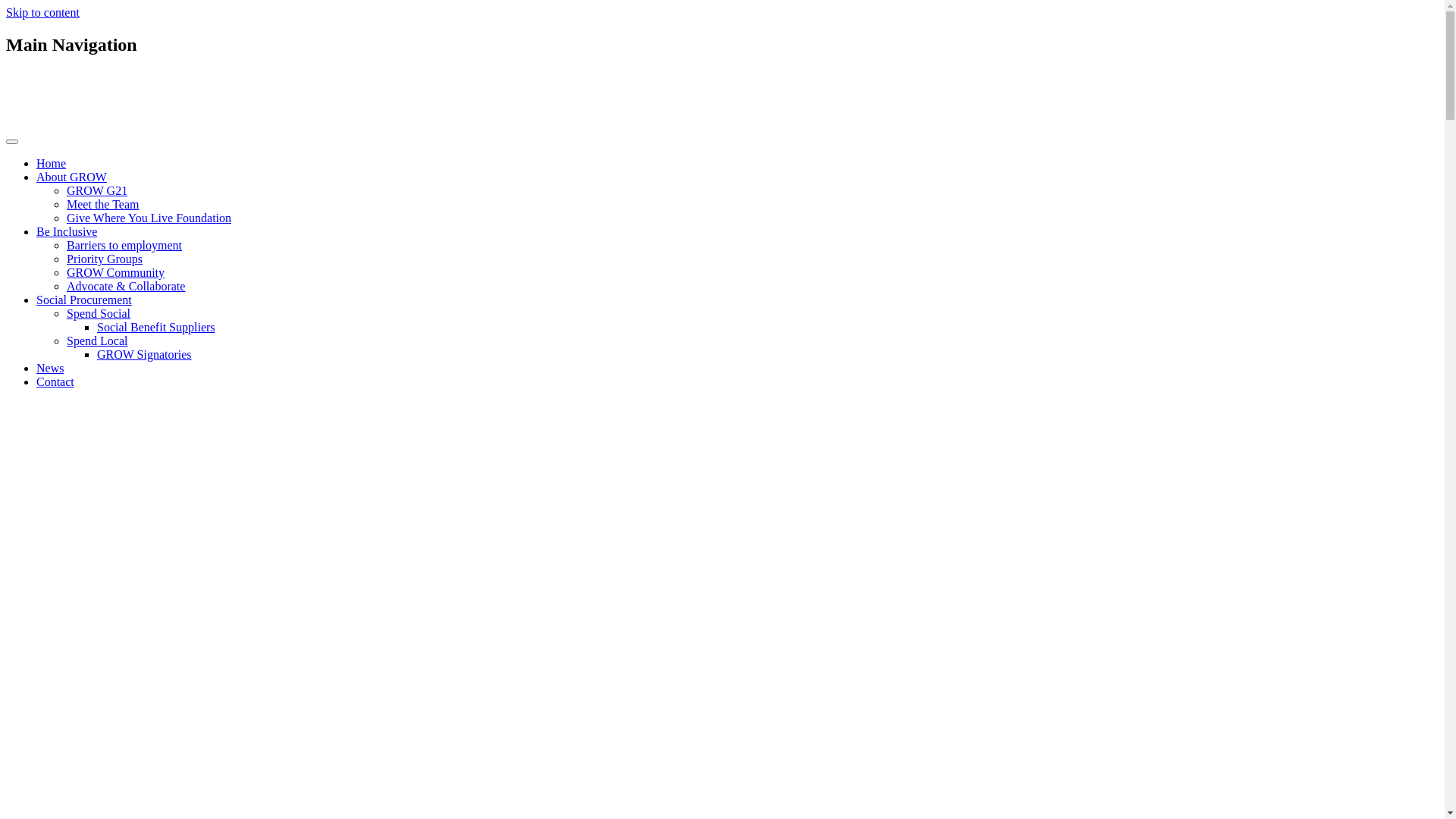 The height and width of the screenshot is (819, 1456). What do you see at coordinates (51, 163) in the screenshot?
I see `'Home'` at bounding box center [51, 163].